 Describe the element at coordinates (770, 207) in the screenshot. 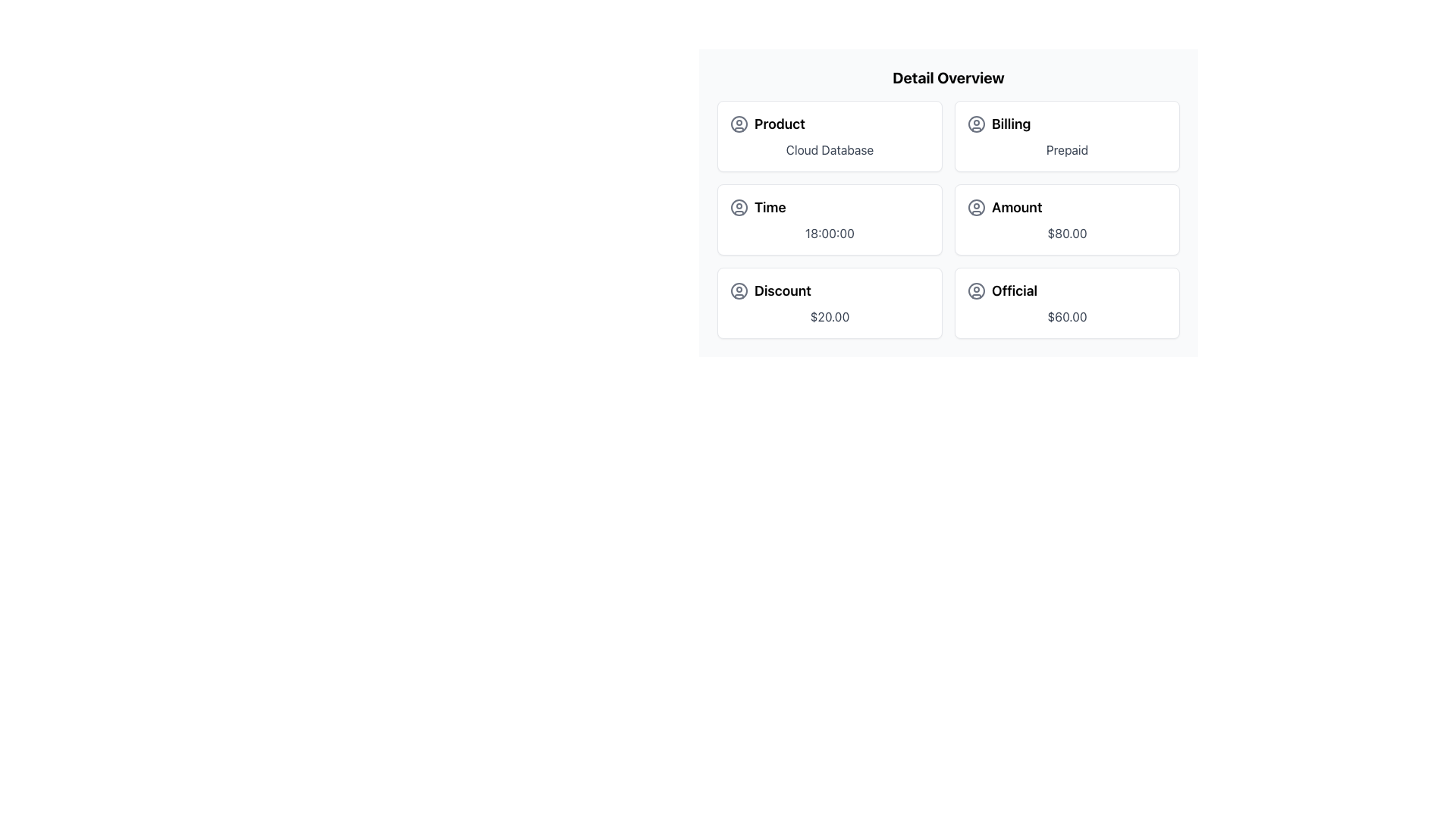

I see `the label that provides time-related information, located in the left column of the second row of a two-column grid layout, to the right of a circular user-profile-like icon` at that location.